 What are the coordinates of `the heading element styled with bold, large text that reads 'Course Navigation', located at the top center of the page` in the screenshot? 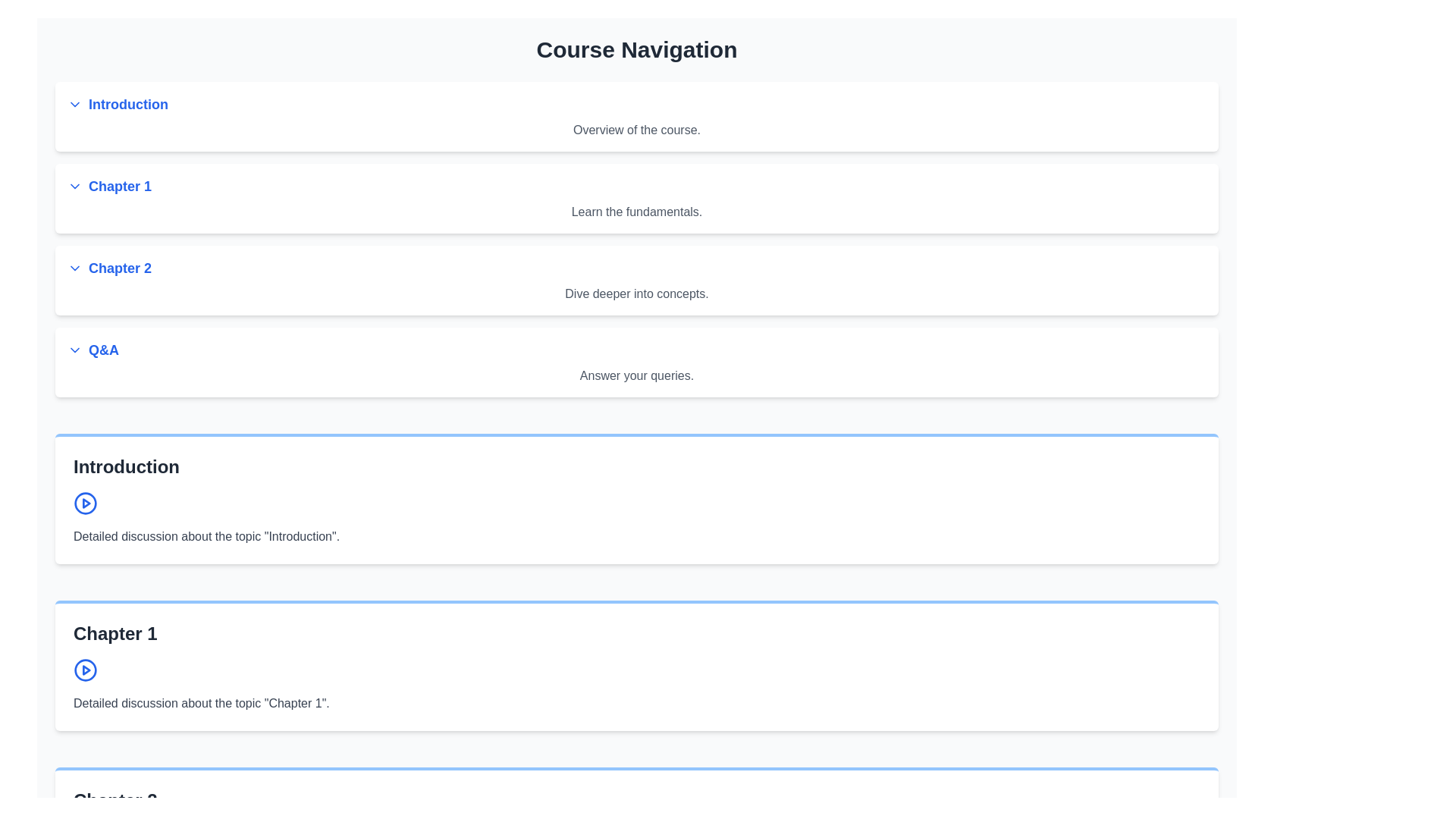 It's located at (637, 49).